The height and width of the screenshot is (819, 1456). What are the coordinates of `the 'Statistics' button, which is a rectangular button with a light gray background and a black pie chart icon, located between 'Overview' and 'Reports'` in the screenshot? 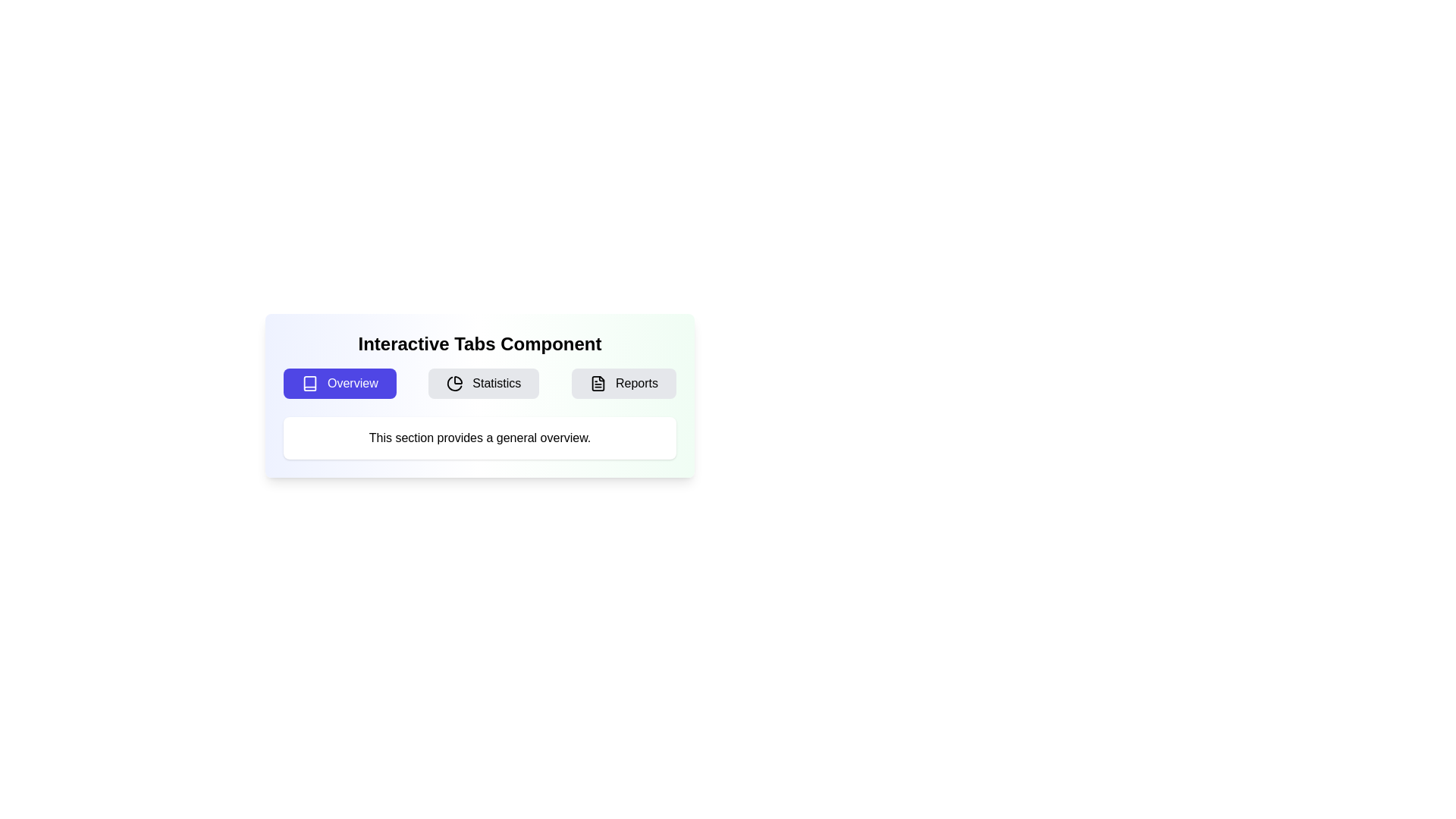 It's located at (483, 382).